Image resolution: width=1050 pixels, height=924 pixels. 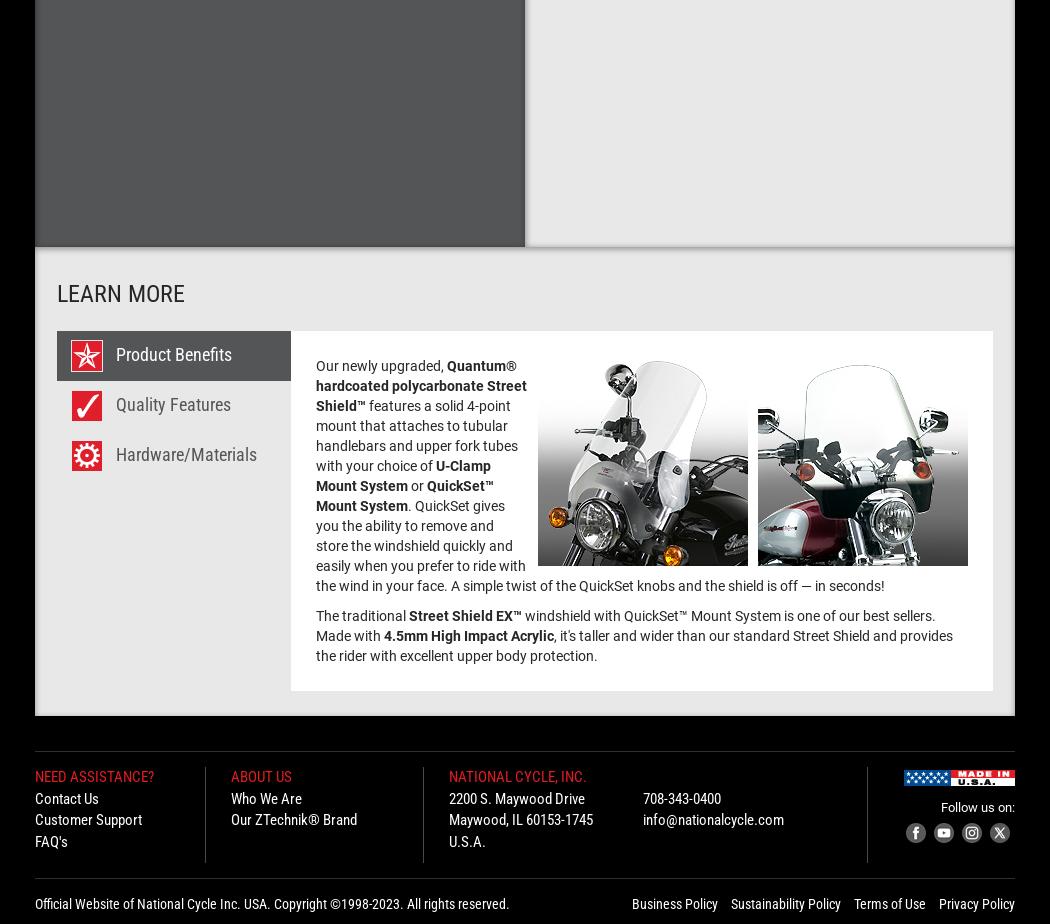 I want to click on 'Product Benefits', so click(x=173, y=353).